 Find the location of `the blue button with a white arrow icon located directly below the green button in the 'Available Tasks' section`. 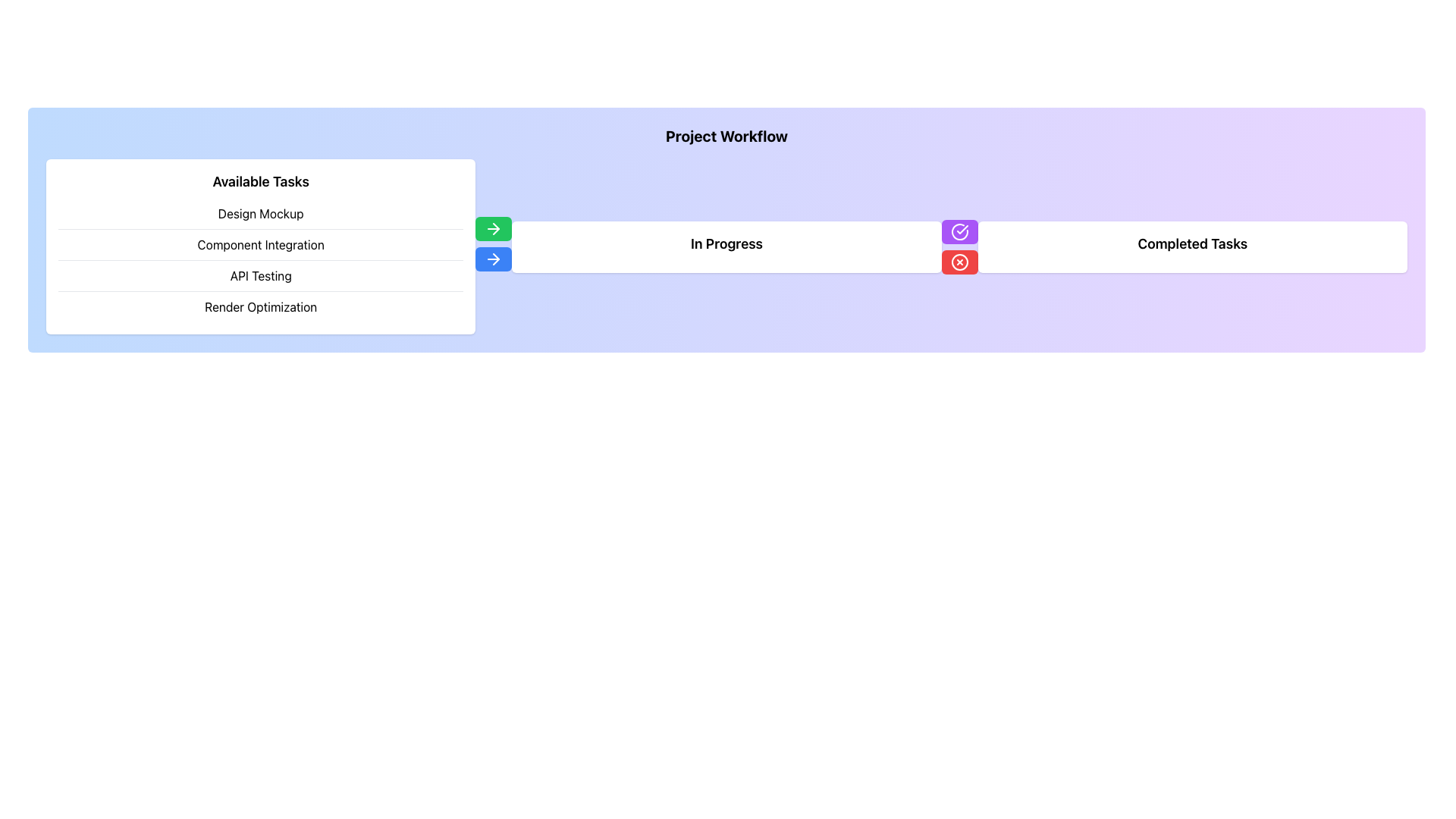

the blue button with a white arrow icon located directly below the green button in the 'Available Tasks' section is located at coordinates (494, 258).